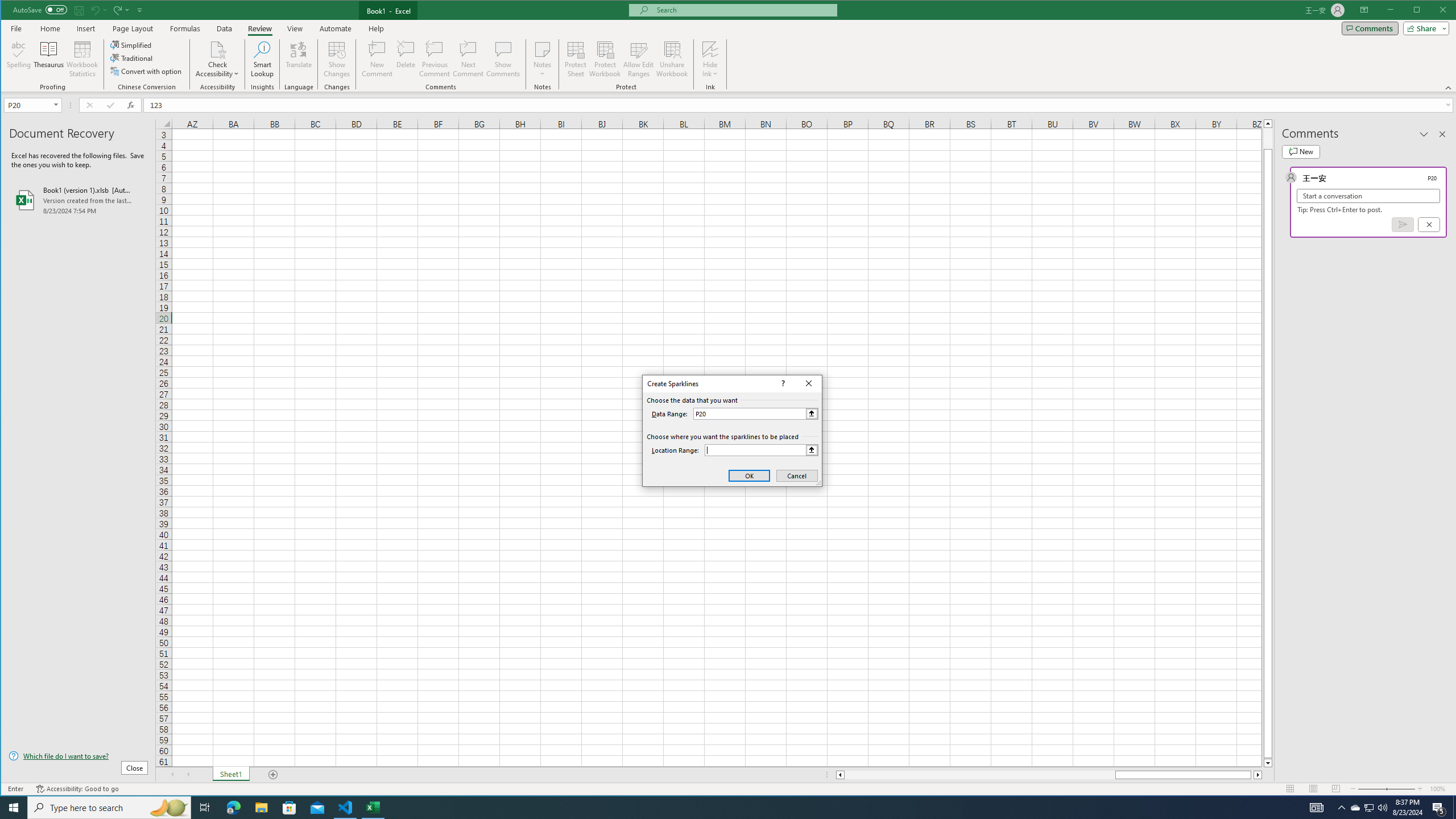 The height and width of the screenshot is (819, 1456). What do you see at coordinates (760, 449) in the screenshot?
I see `'Location Range'` at bounding box center [760, 449].